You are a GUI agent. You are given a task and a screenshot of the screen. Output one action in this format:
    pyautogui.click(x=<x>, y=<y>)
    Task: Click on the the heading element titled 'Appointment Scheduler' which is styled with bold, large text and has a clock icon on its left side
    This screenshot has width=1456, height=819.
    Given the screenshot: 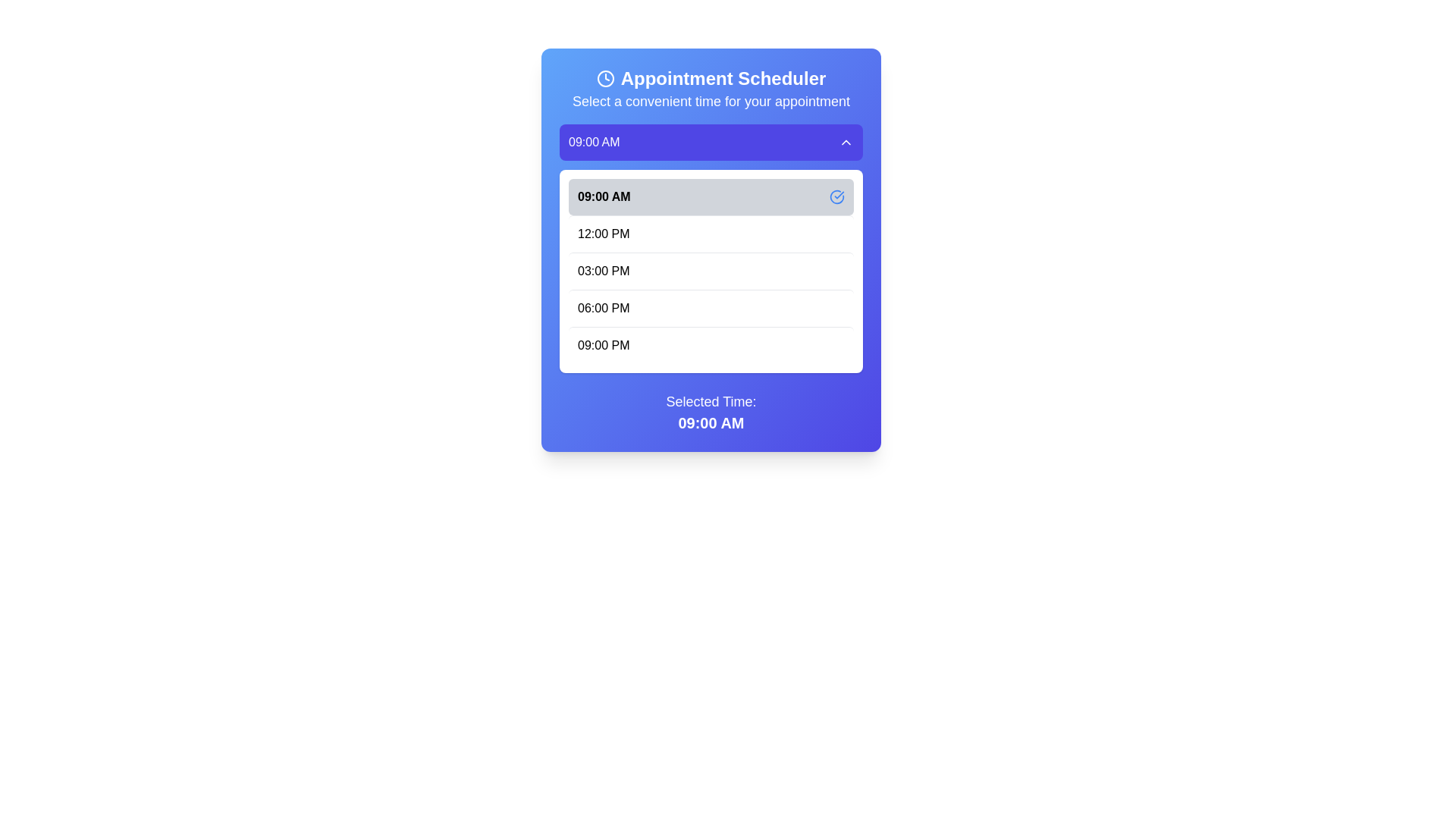 What is the action you would take?
    pyautogui.click(x=710, y=79)
    